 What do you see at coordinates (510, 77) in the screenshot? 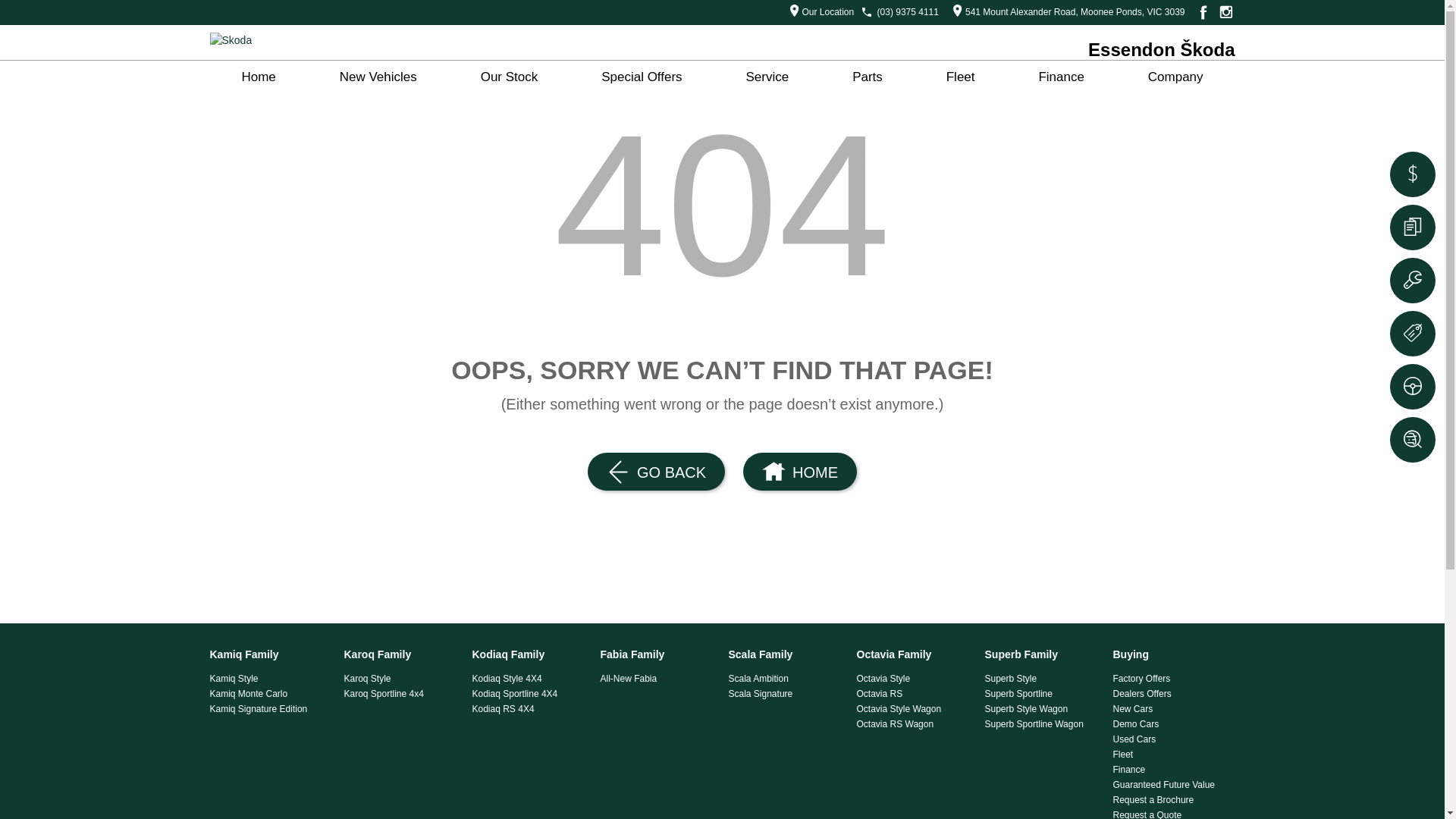
I see `'Our Stock'` at bounding box center [510, 77].